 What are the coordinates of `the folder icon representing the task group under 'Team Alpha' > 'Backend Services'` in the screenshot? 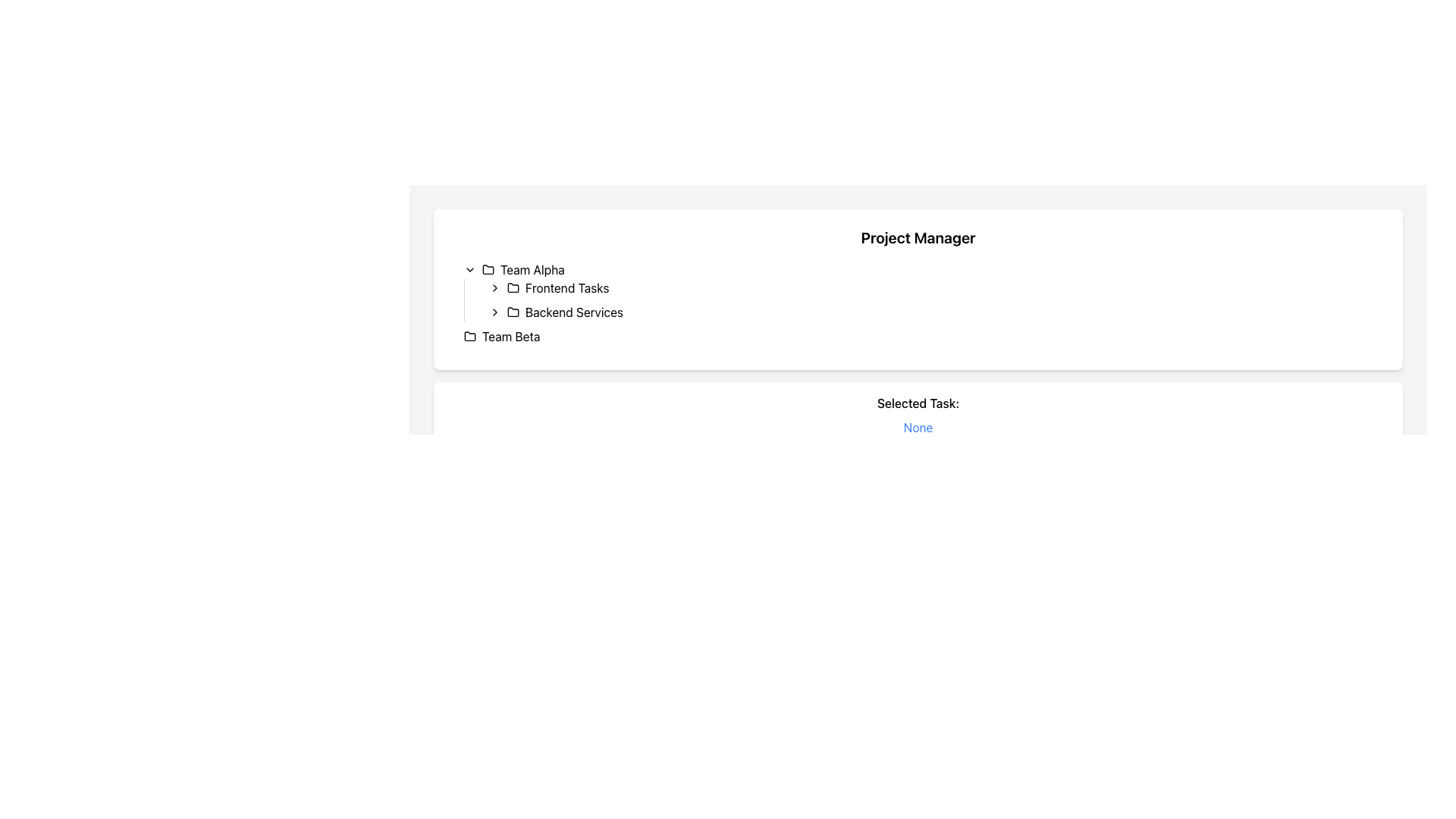 It's located at (513, 311).